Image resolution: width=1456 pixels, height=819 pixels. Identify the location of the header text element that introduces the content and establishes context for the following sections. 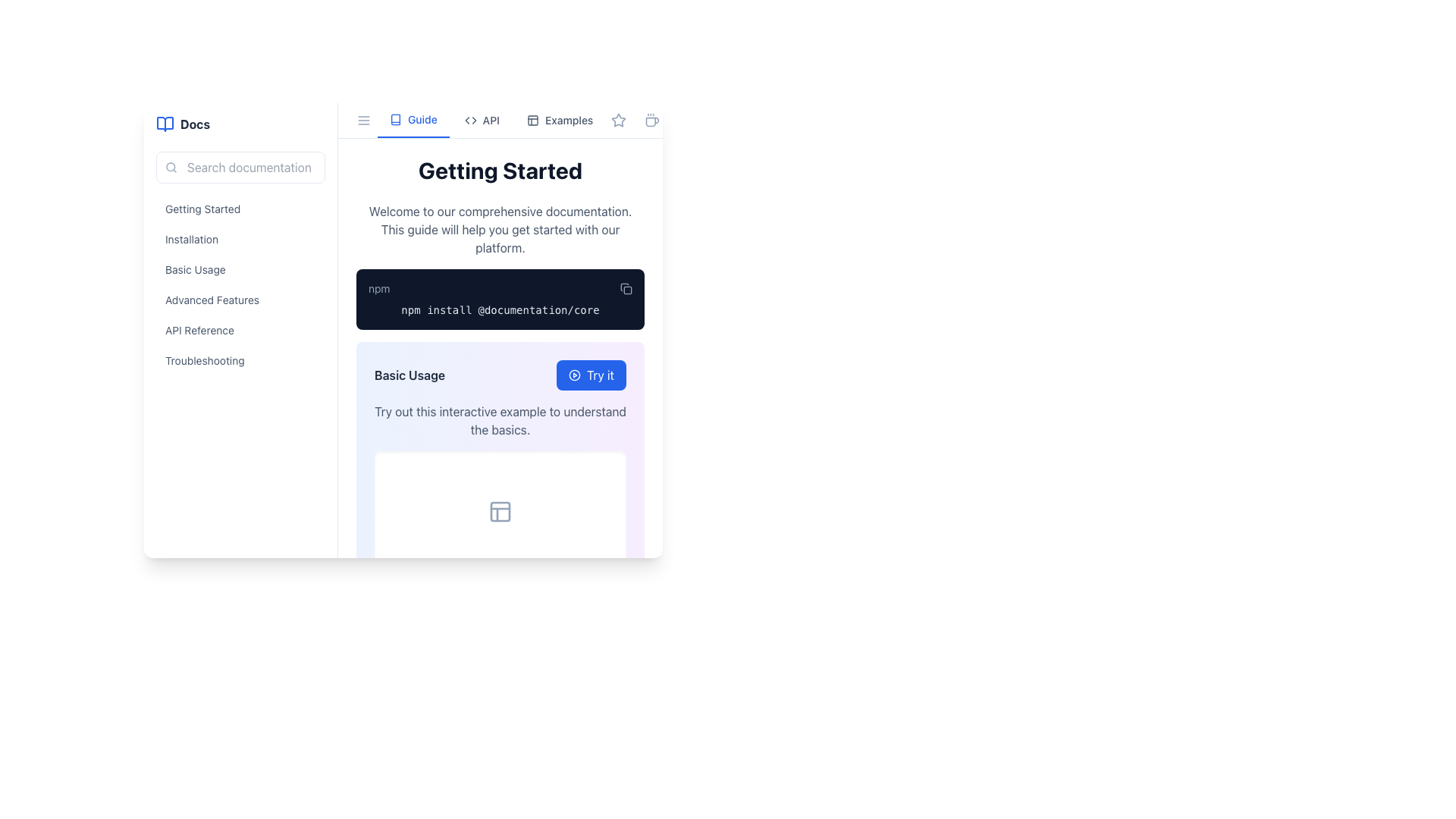
(500, 170).